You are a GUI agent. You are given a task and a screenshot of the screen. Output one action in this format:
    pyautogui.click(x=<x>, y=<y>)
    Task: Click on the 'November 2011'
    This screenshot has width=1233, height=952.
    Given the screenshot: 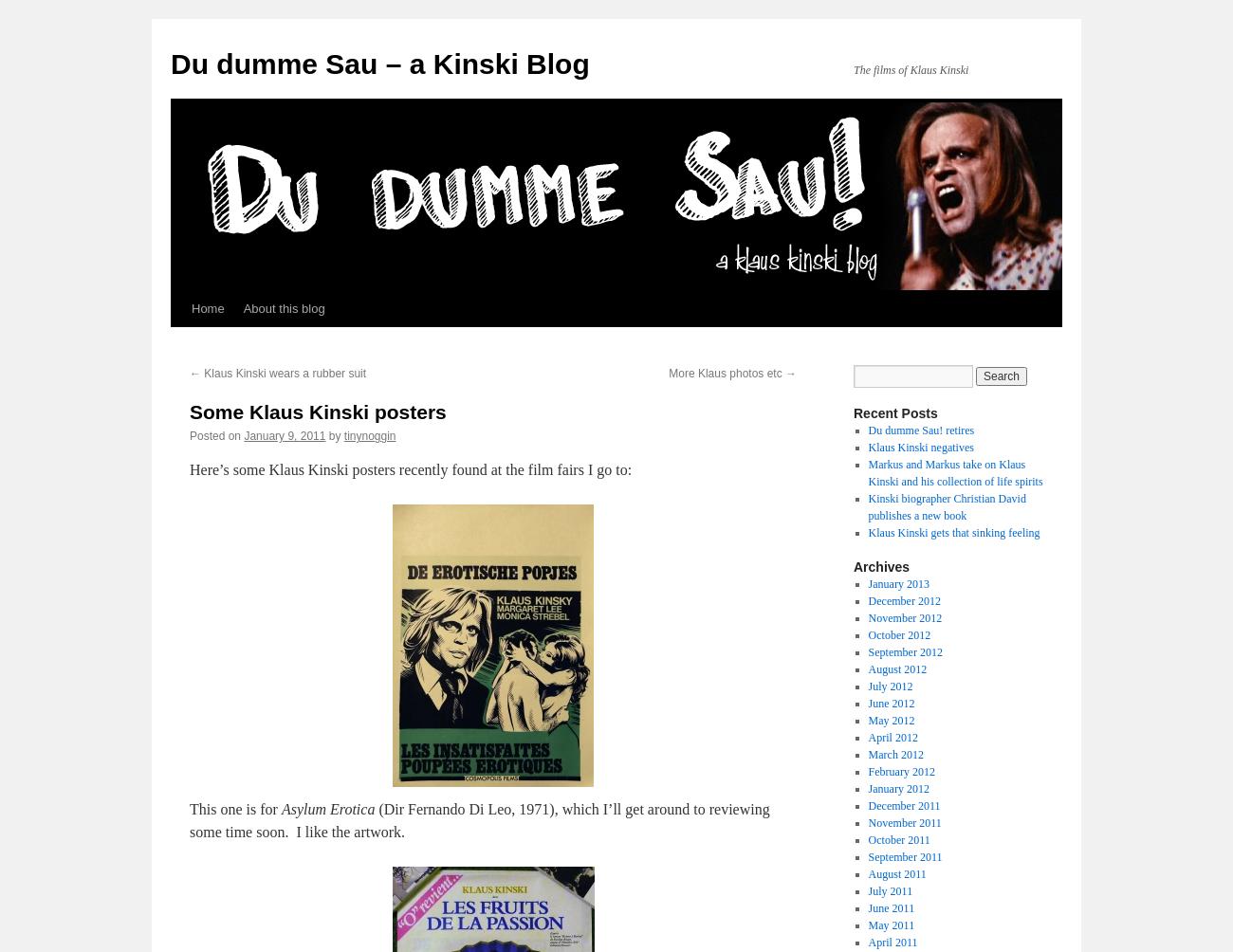 What is the action you would take?
    pyautogui.click(x=904, y=822)
    